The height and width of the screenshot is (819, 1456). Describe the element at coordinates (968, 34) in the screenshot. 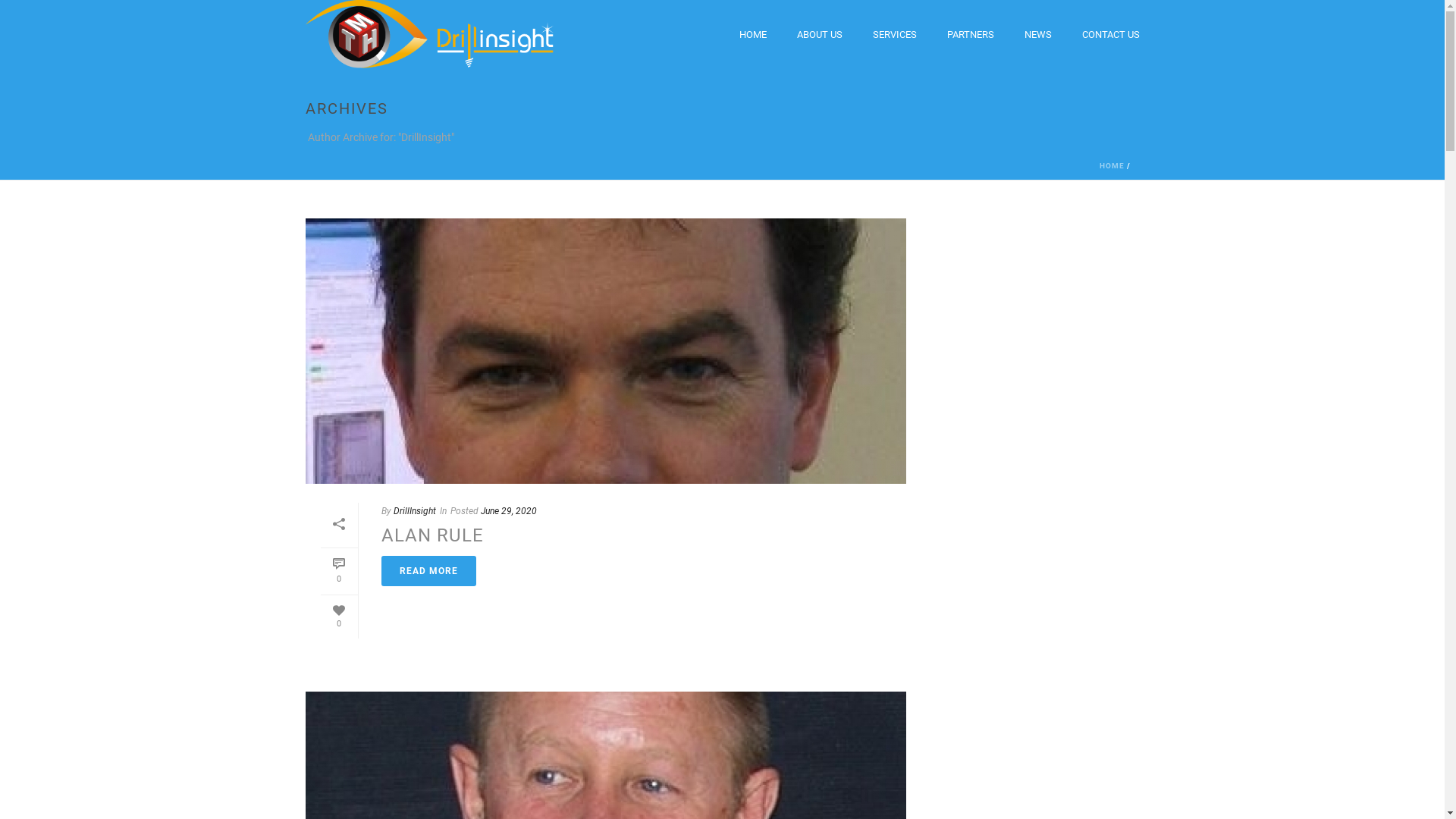

I see `'PARTNERS'` at that location.